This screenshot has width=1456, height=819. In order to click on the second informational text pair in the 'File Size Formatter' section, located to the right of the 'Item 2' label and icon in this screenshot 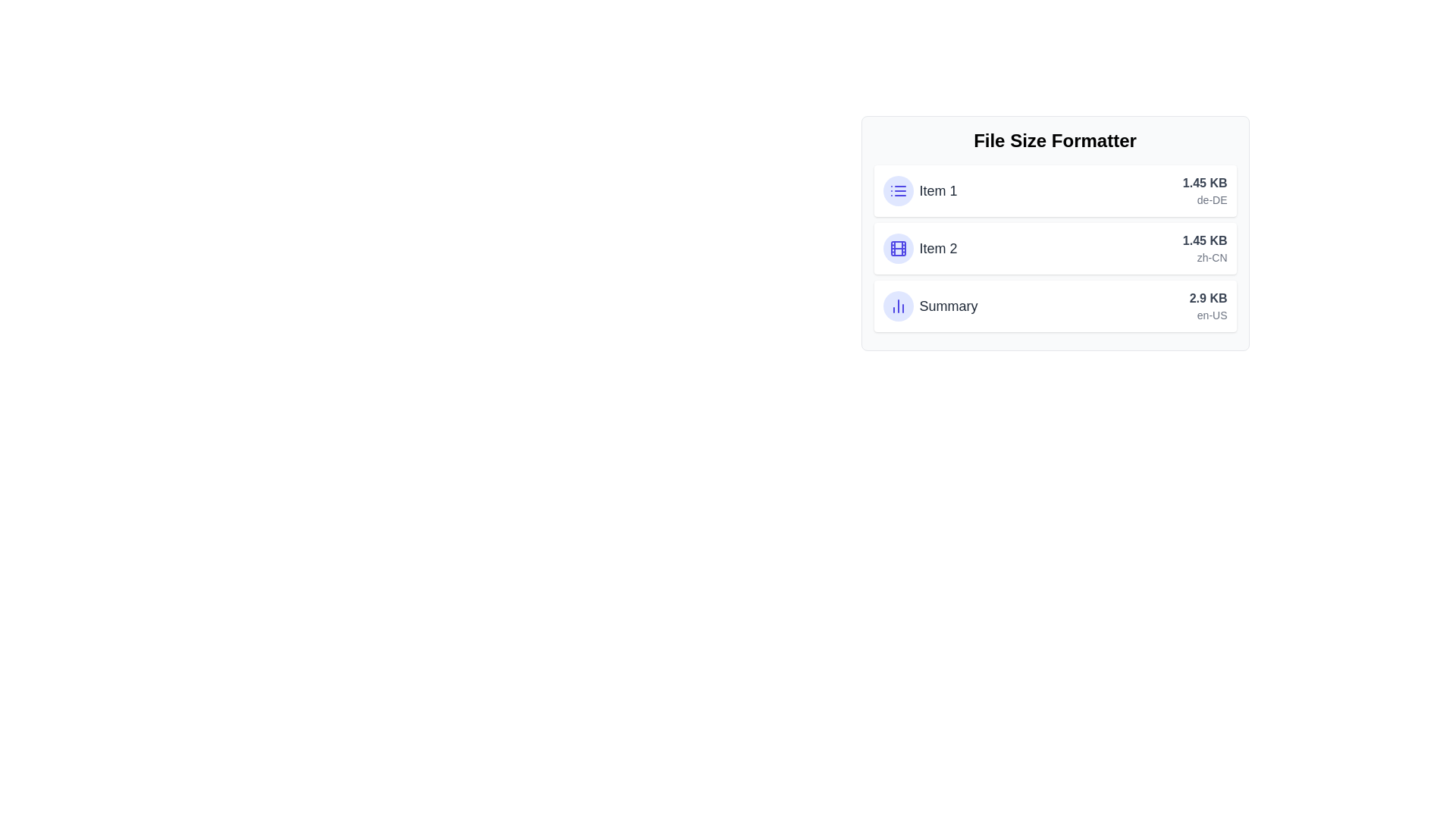, I will do `click(1204, 247)`.